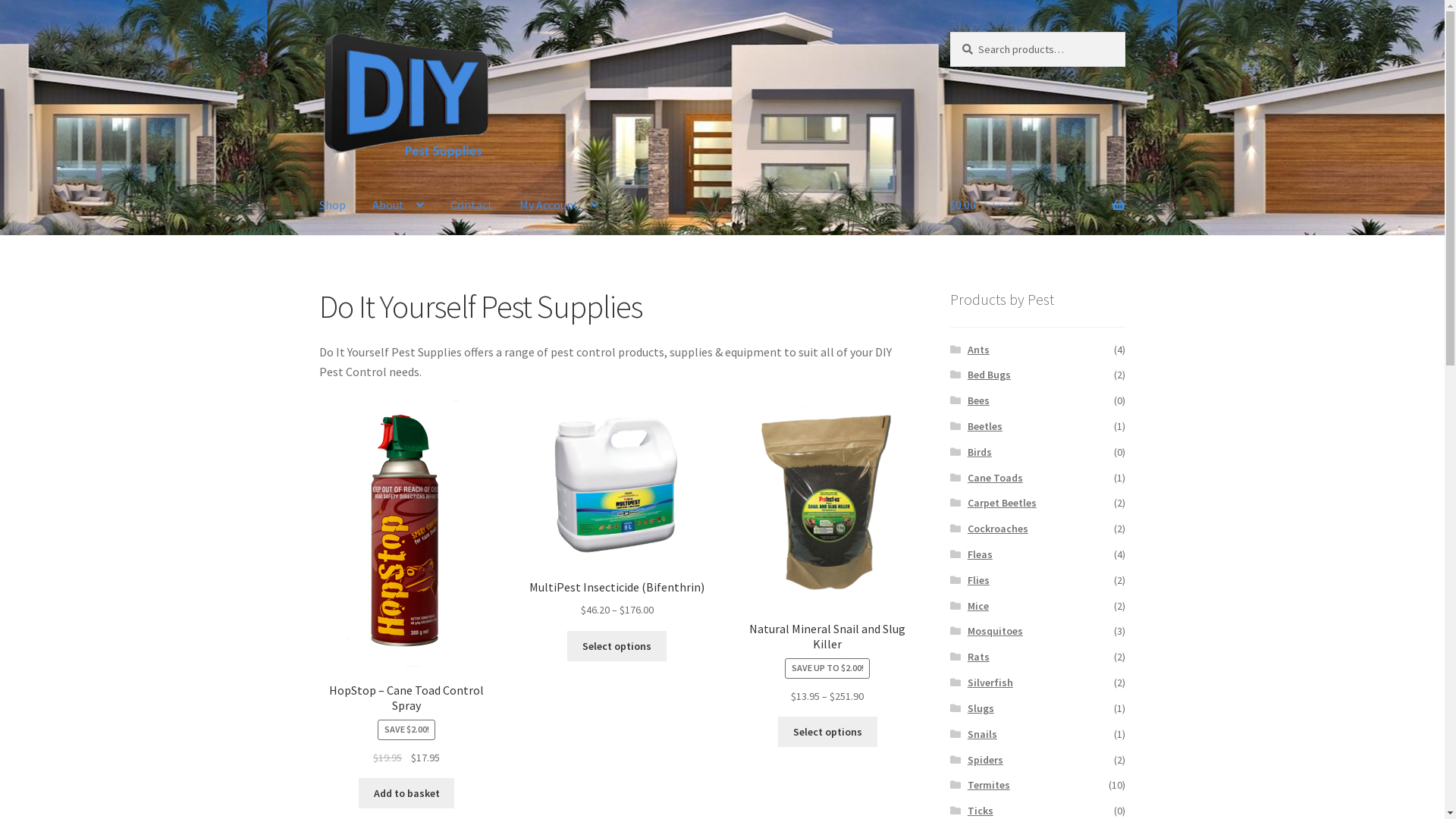 Image resolution: width=1456 pixels, height=819 pixels. Describe the element at coordinates (617, 646) in the screenshot. I see `'Select options'` at that location.